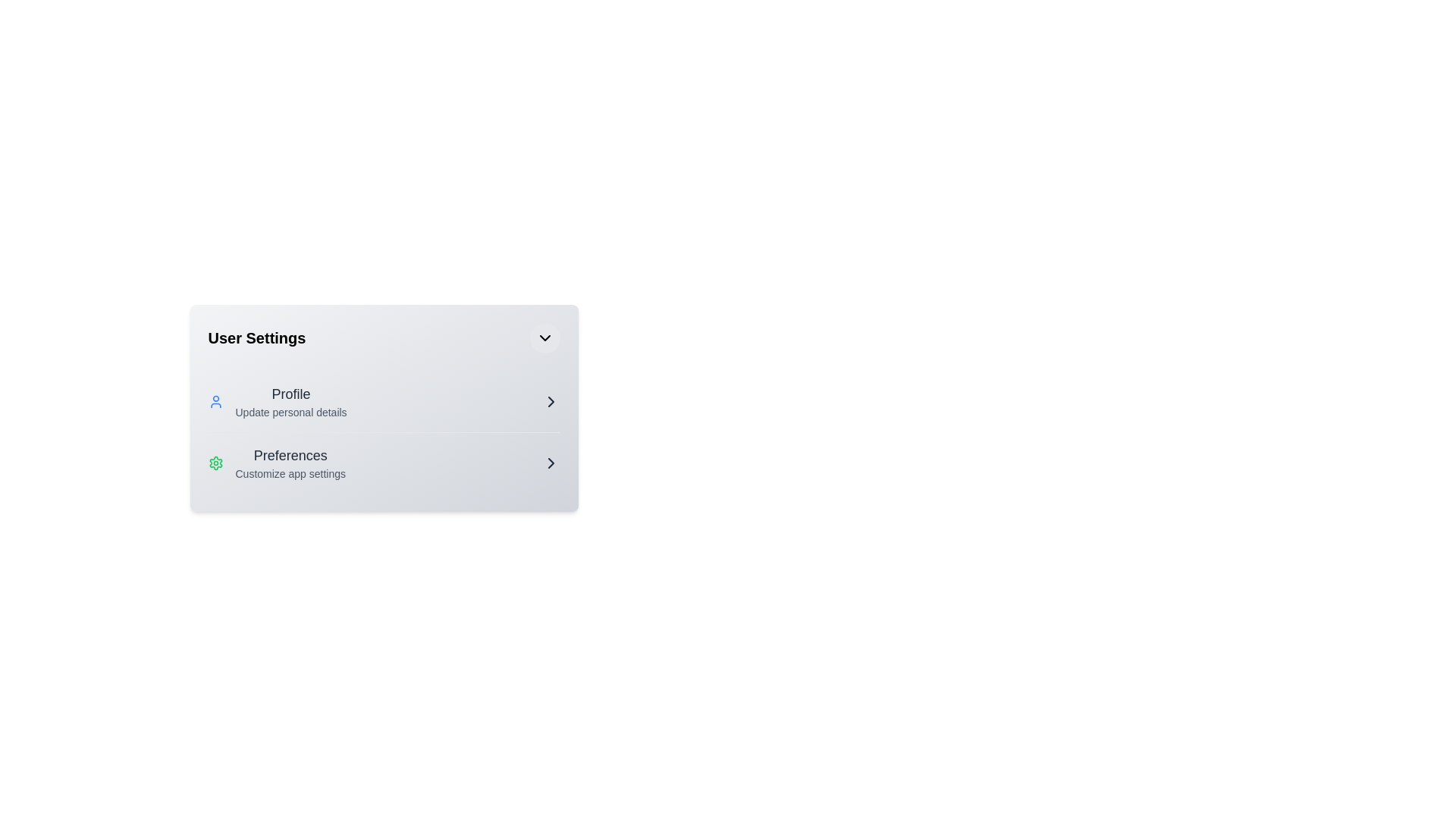 The width and height of the screenshot is (1456, 819). What do you see at coordinates (290, 462) in the screenshot?
I see `description of the 'Preferences' section, which serves as a navigation link and describes its purpose as 'Customize app settings.' It is the second item in the 'User Settings' list, positioned below the 'Profile' item` at bounding box center [290, 462].